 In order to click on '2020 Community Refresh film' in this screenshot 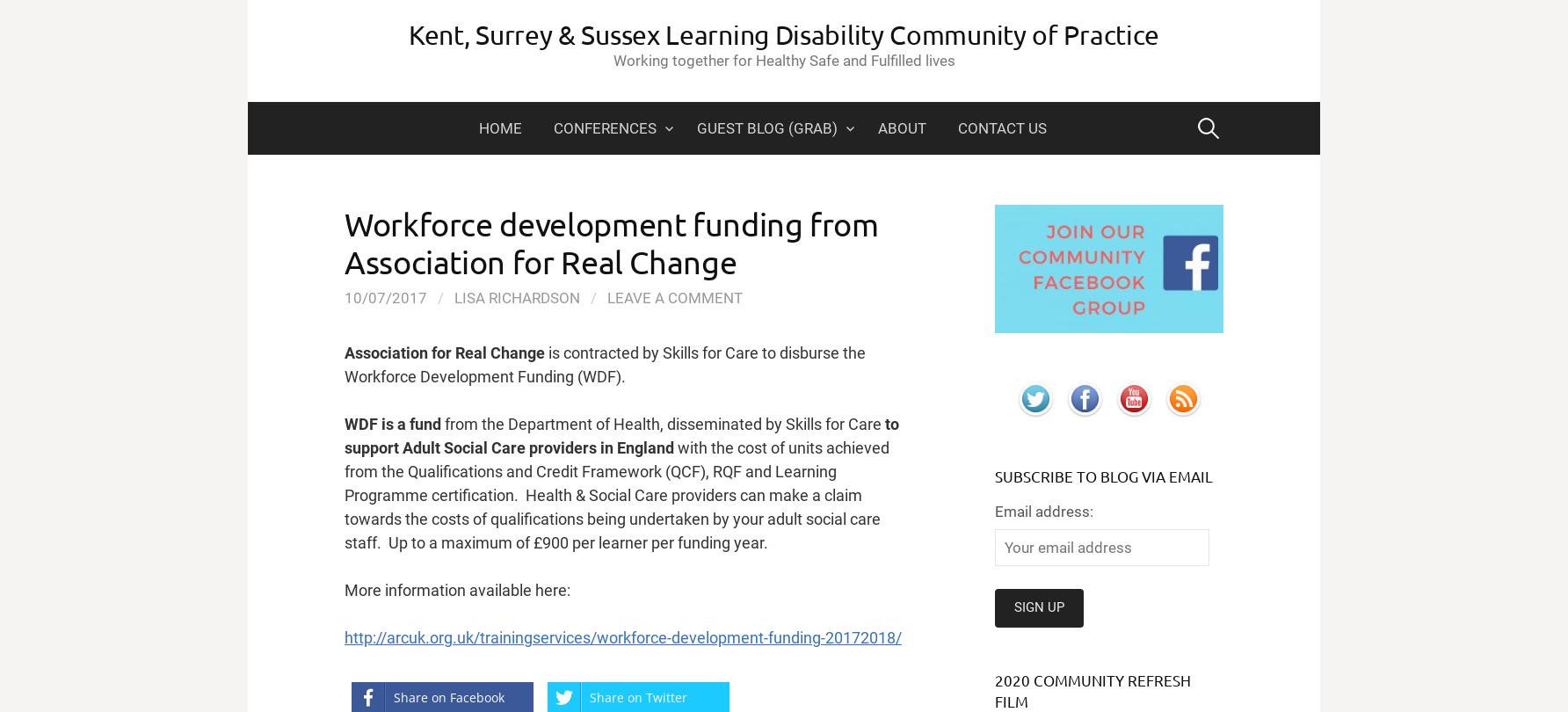, I will do `click(1092, 688)`.